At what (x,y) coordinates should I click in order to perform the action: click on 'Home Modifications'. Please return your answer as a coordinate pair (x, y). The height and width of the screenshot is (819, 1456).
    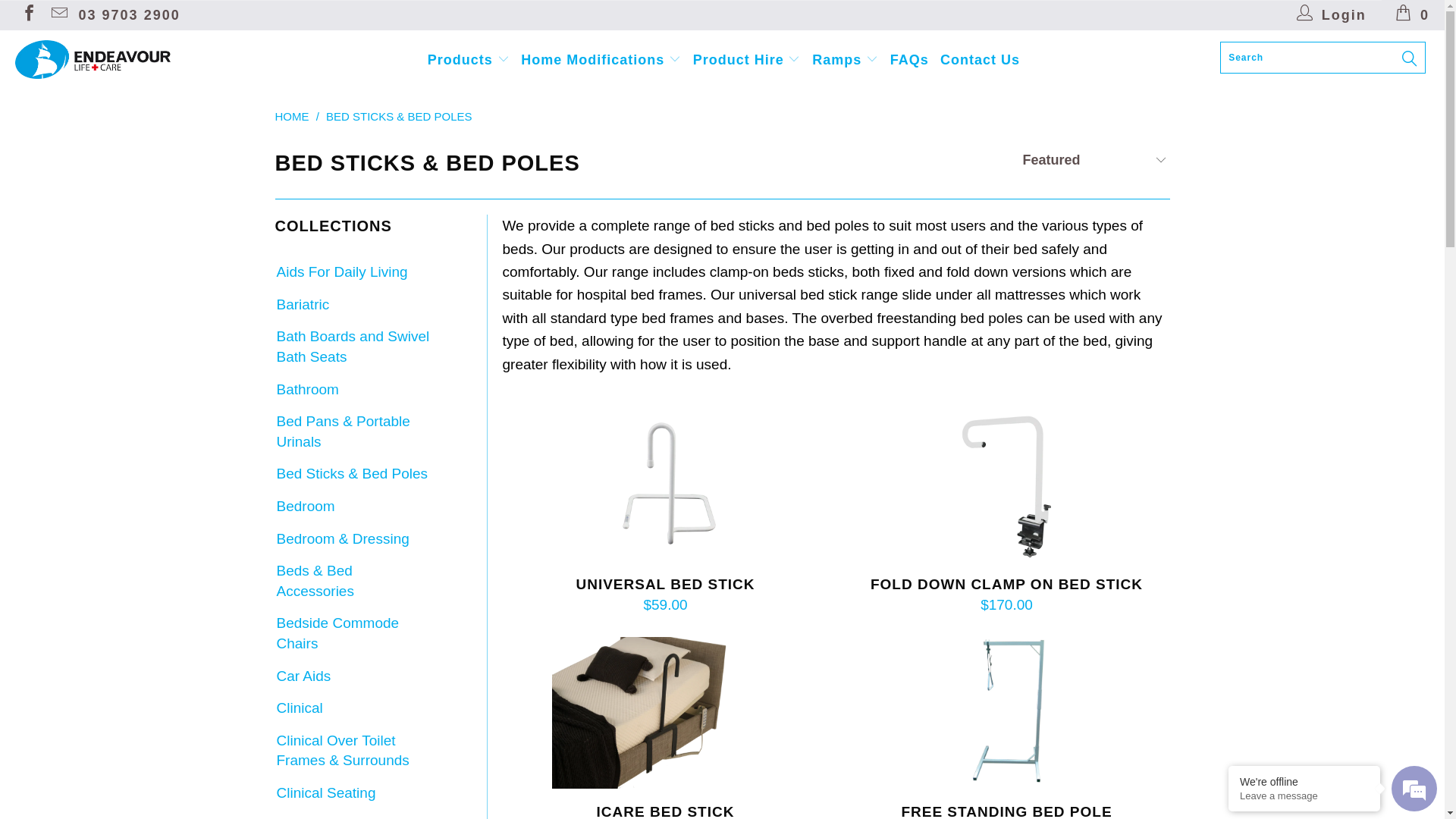
    Looking at the image, I should click on (600, 58).